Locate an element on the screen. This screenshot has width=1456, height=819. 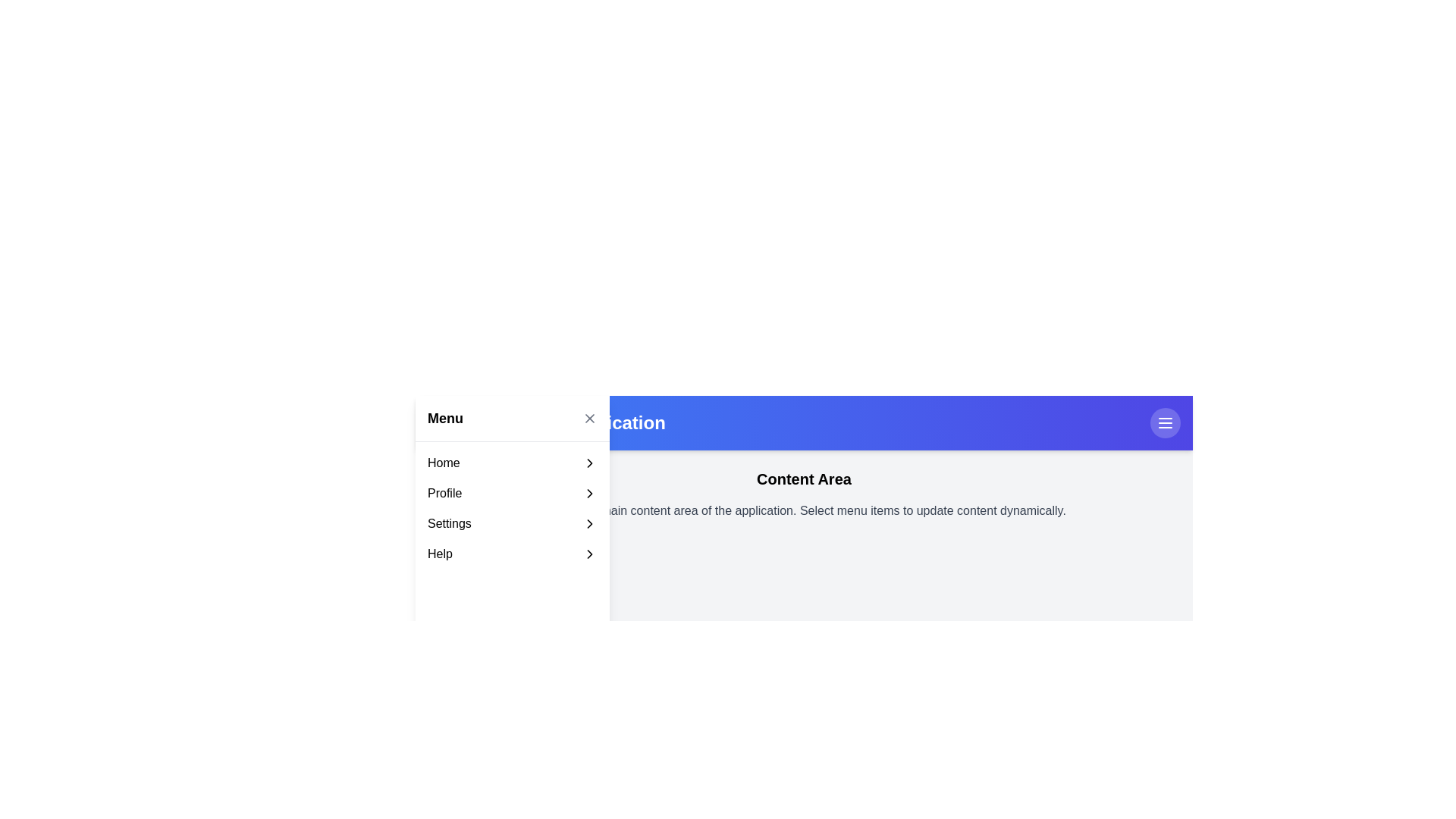
the indicator icon located at the far-right end of the 'Help' menu item in the sidebar menu is located at coordinates (588, 554).